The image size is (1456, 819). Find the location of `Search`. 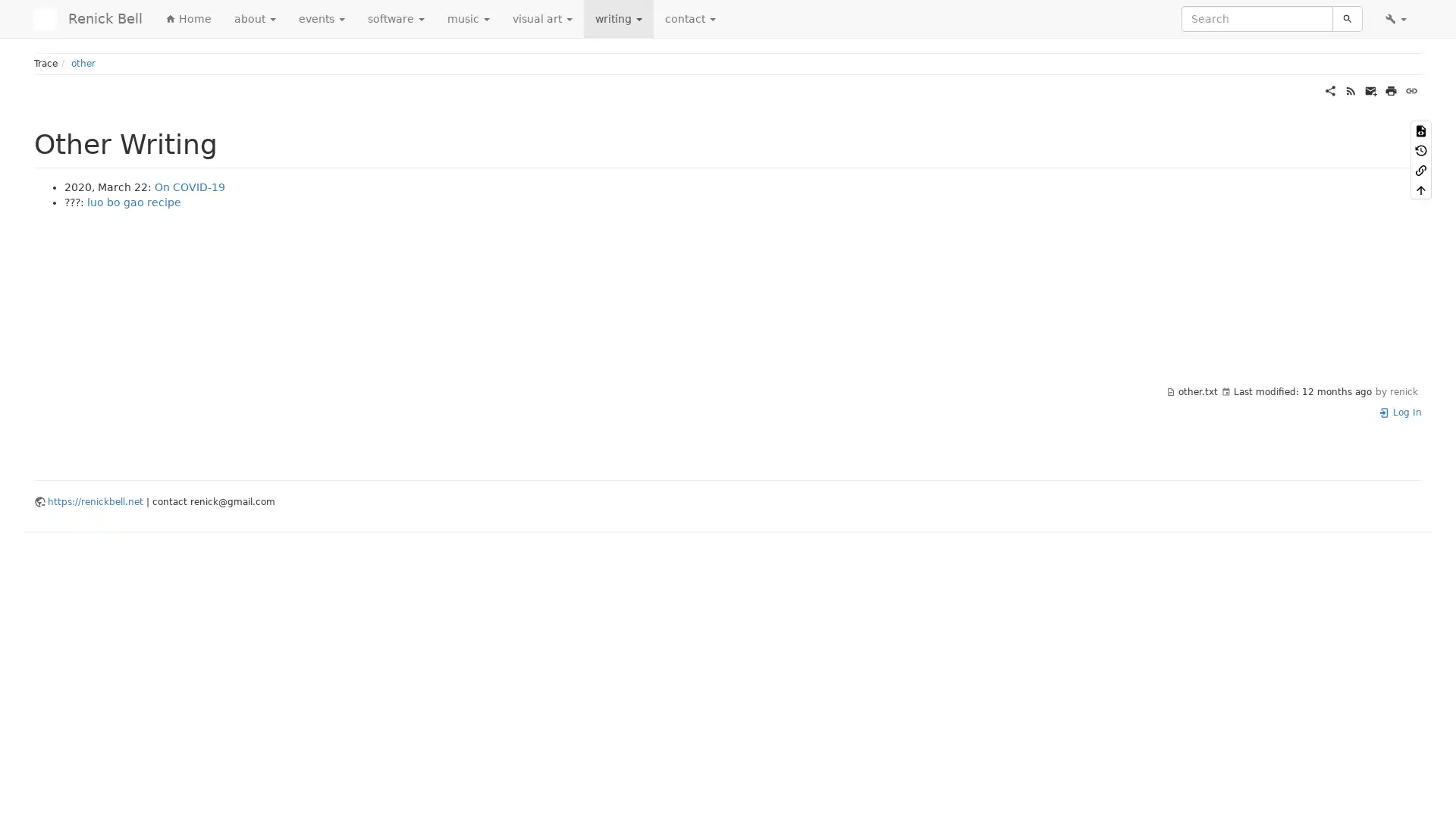

Search is located at coordinates (1347, 18).